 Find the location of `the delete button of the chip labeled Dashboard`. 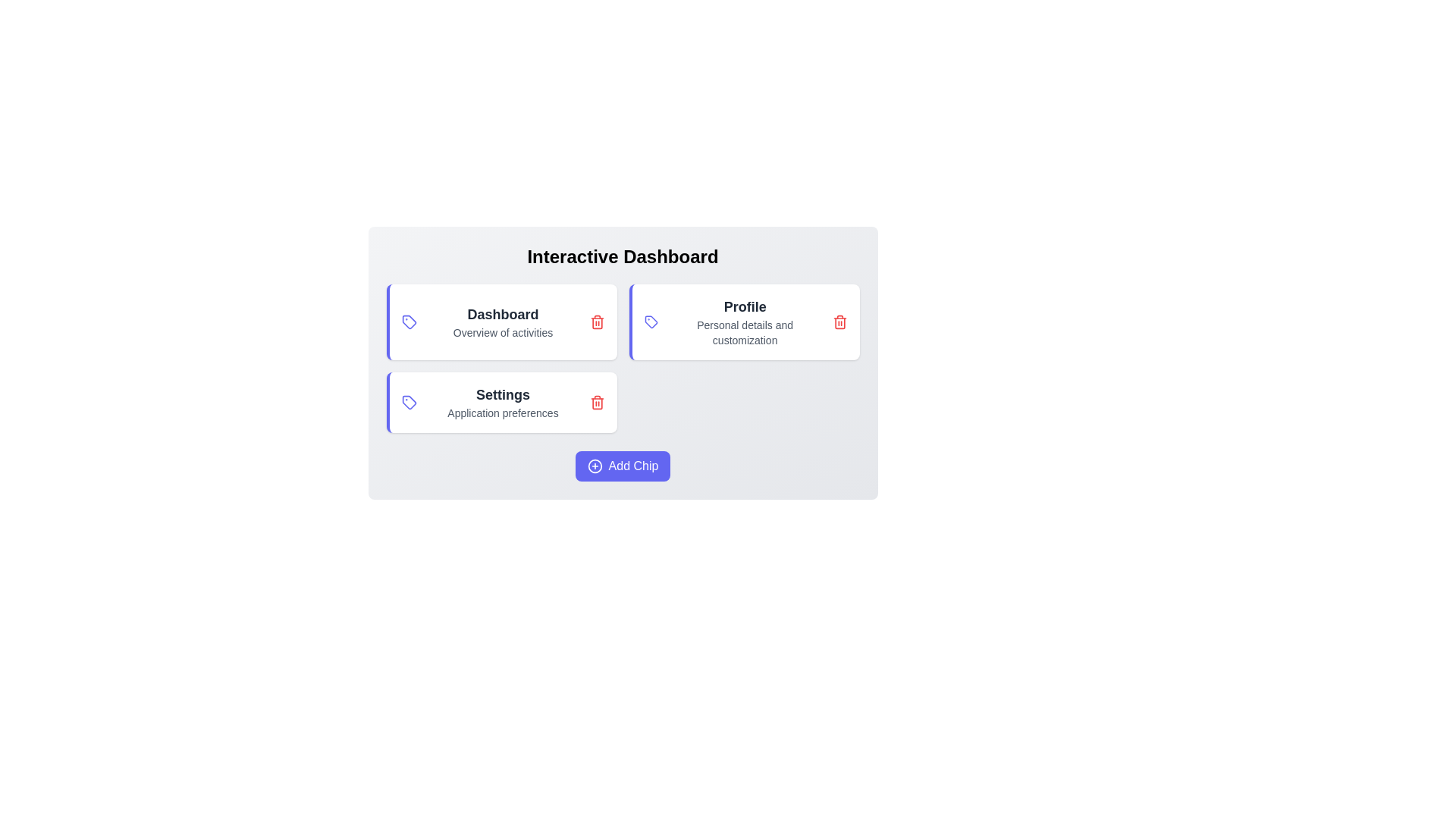

the delete button of the chip labeled Dashboard is located at coordinates (596, 321).